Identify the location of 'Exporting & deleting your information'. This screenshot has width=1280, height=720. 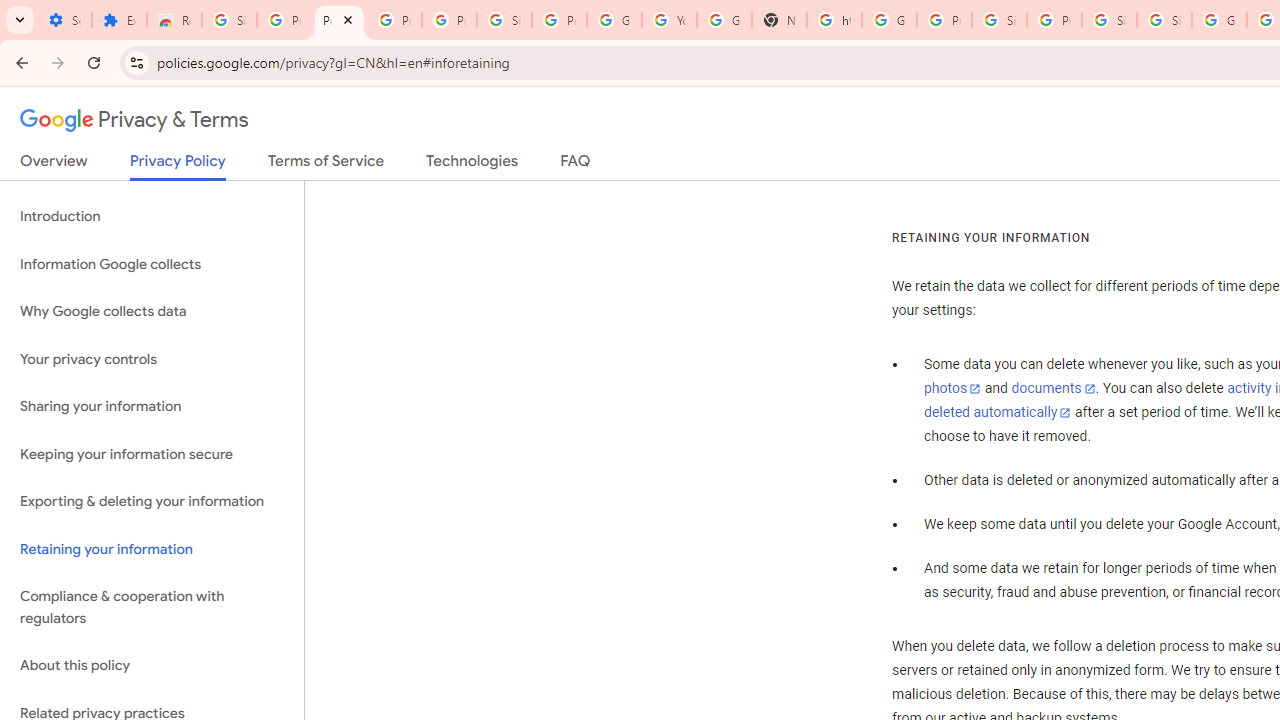
(151, 501).